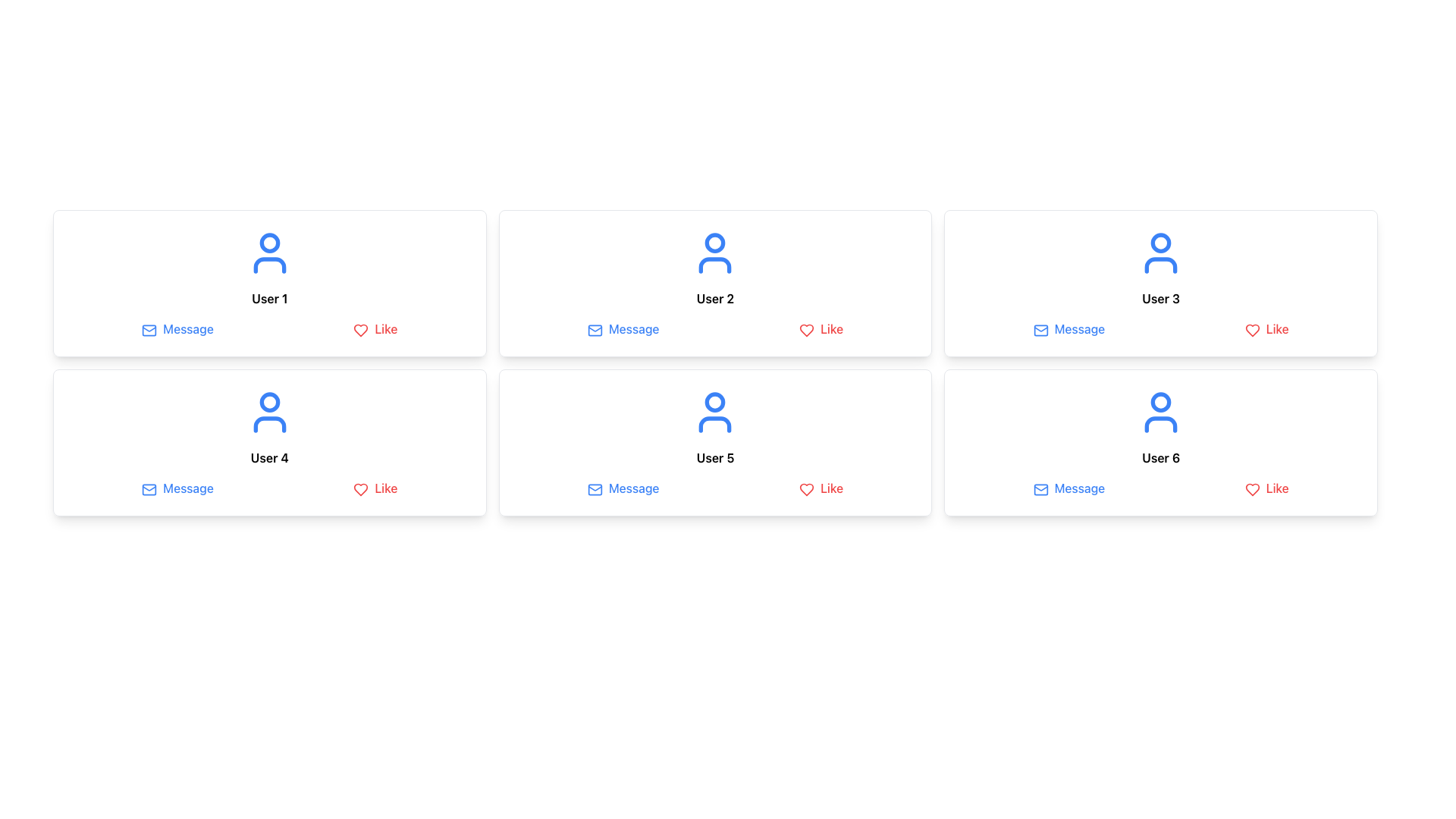  I want to click on the heart-shaped 'Like' button icon, which is red and located beside the text 'Like', so click(360, 329).